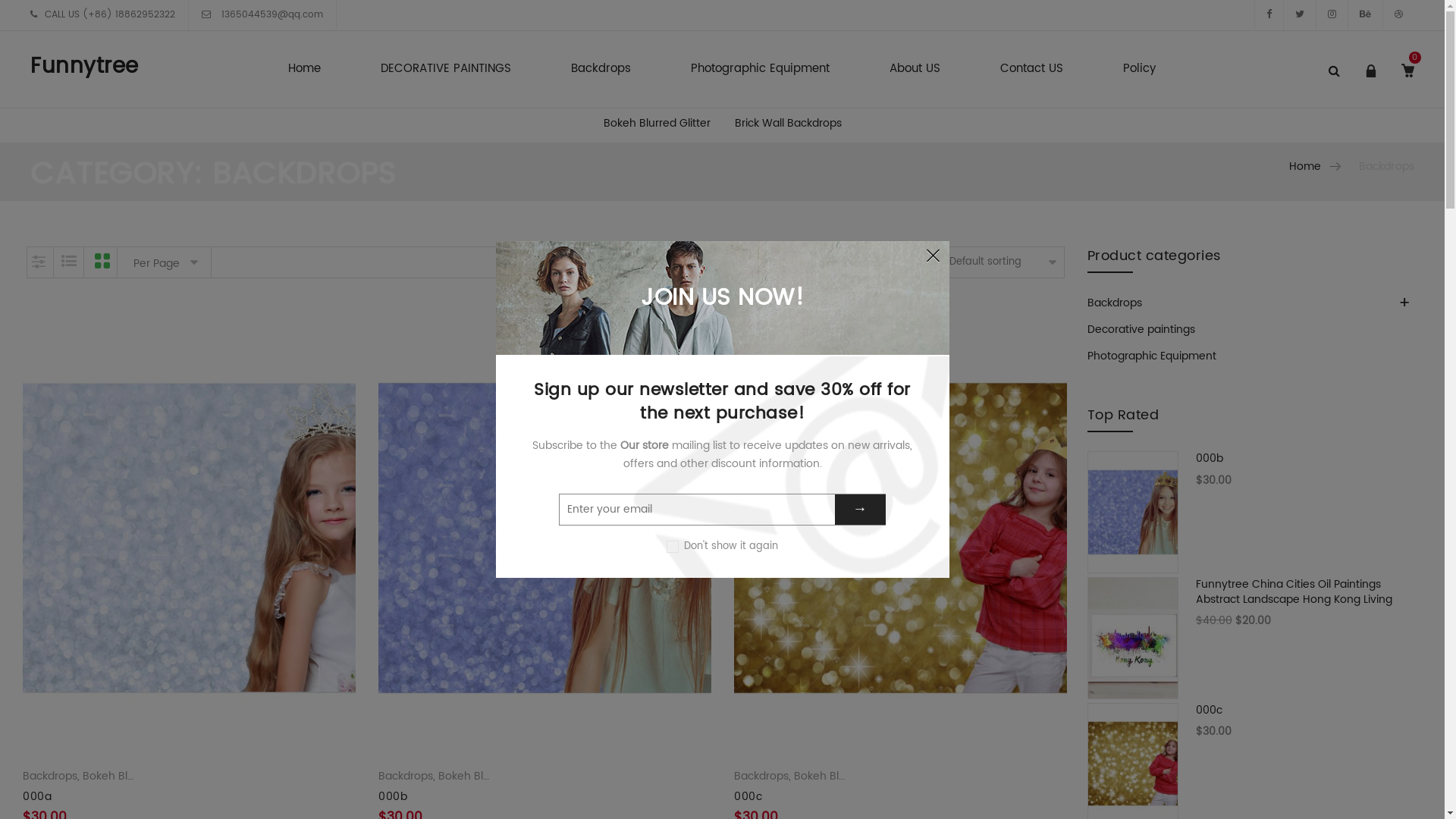 This screenshot has height=819, width=1456. Describe the element at coordinates (83, 66) in the screenshot. I see `'Funnytree'` at that location.